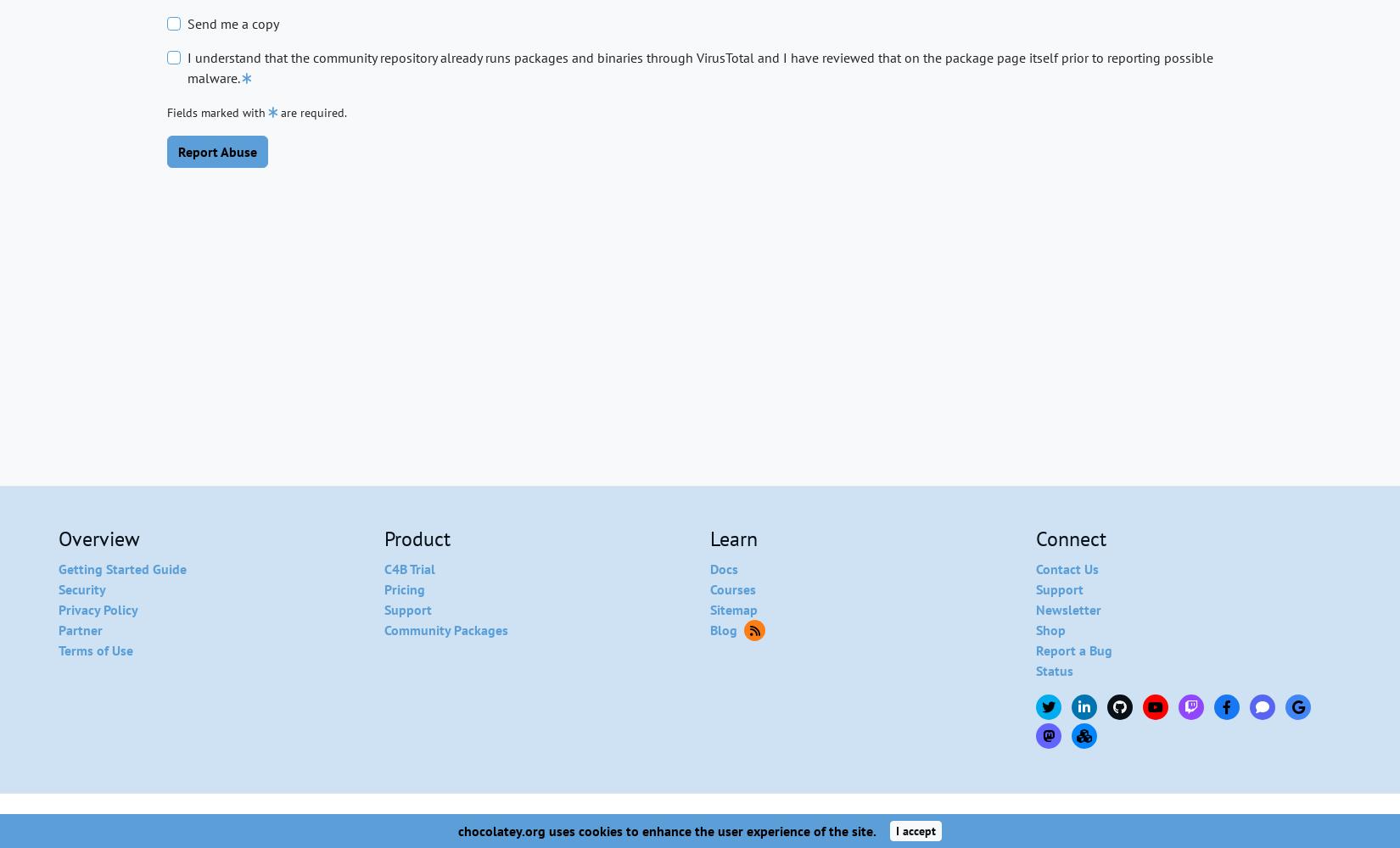 The width and height of the screenshot is (1400, 848). What do you see at coordinates (916, 829) in the screenshot?
I see `'I accept'` at bounding box center [916, 829].